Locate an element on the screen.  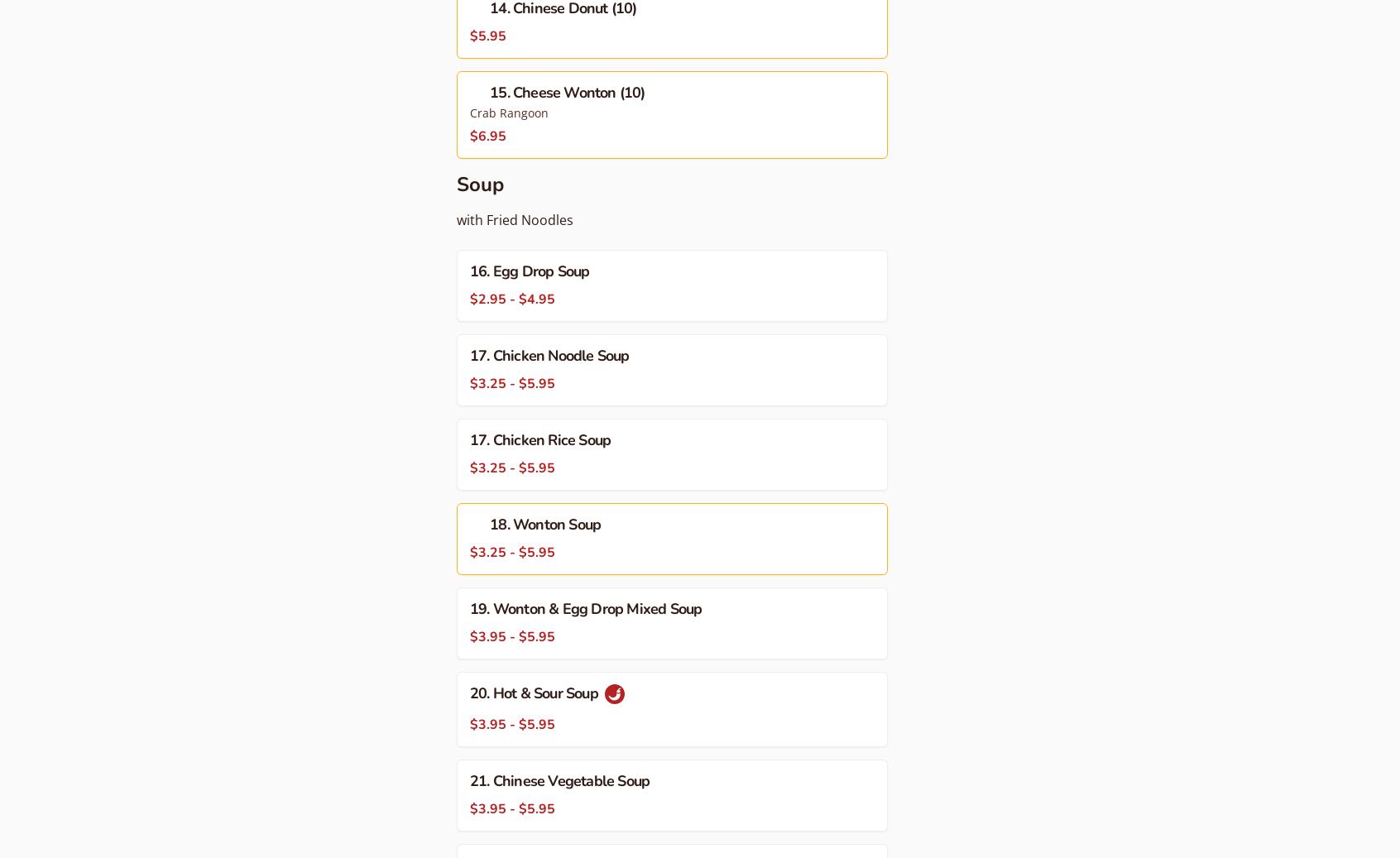
'18. Wonton Soup' is located at coordinates (545, 525).